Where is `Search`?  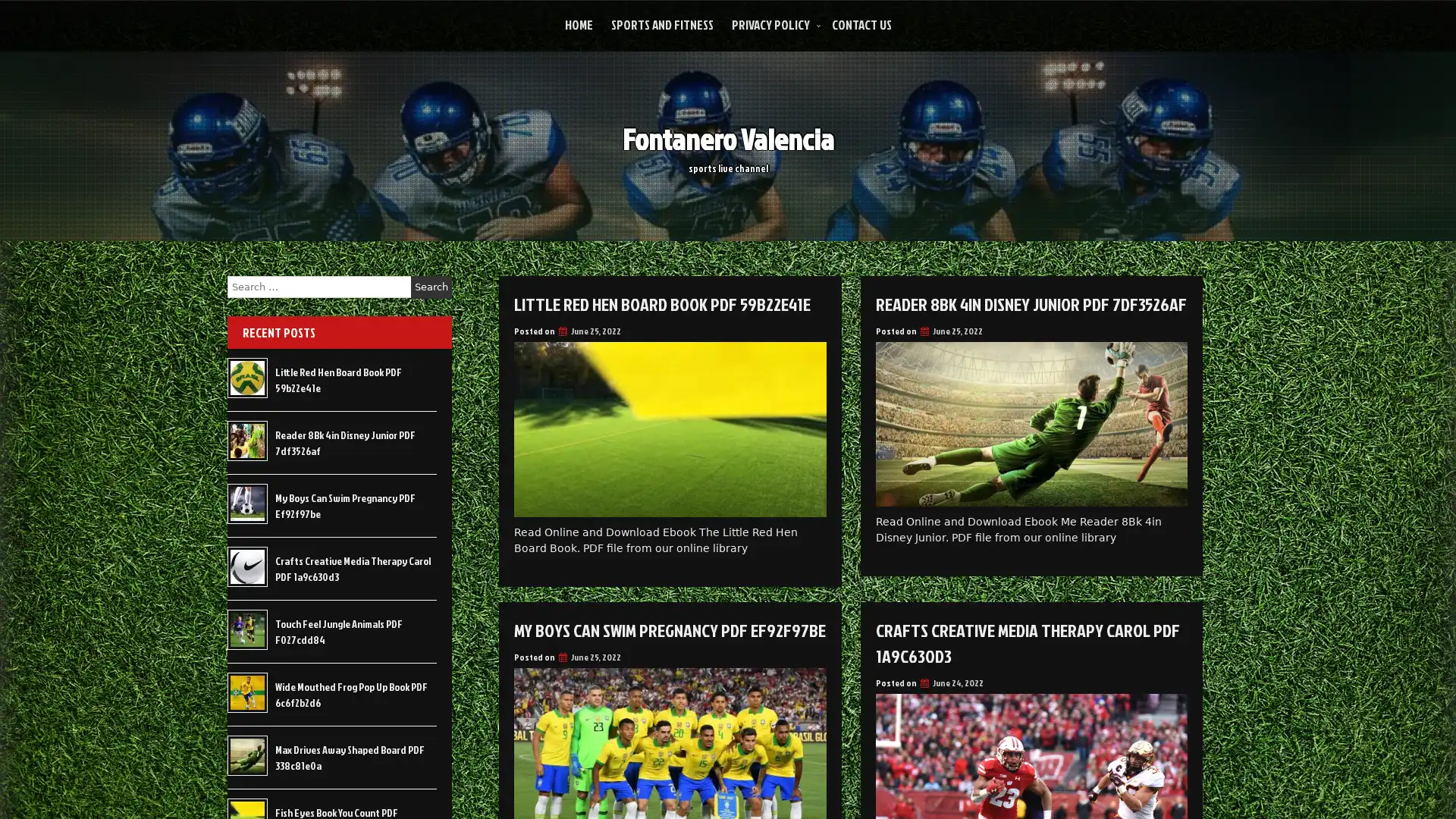 Search is located at coordinates (431, 287).